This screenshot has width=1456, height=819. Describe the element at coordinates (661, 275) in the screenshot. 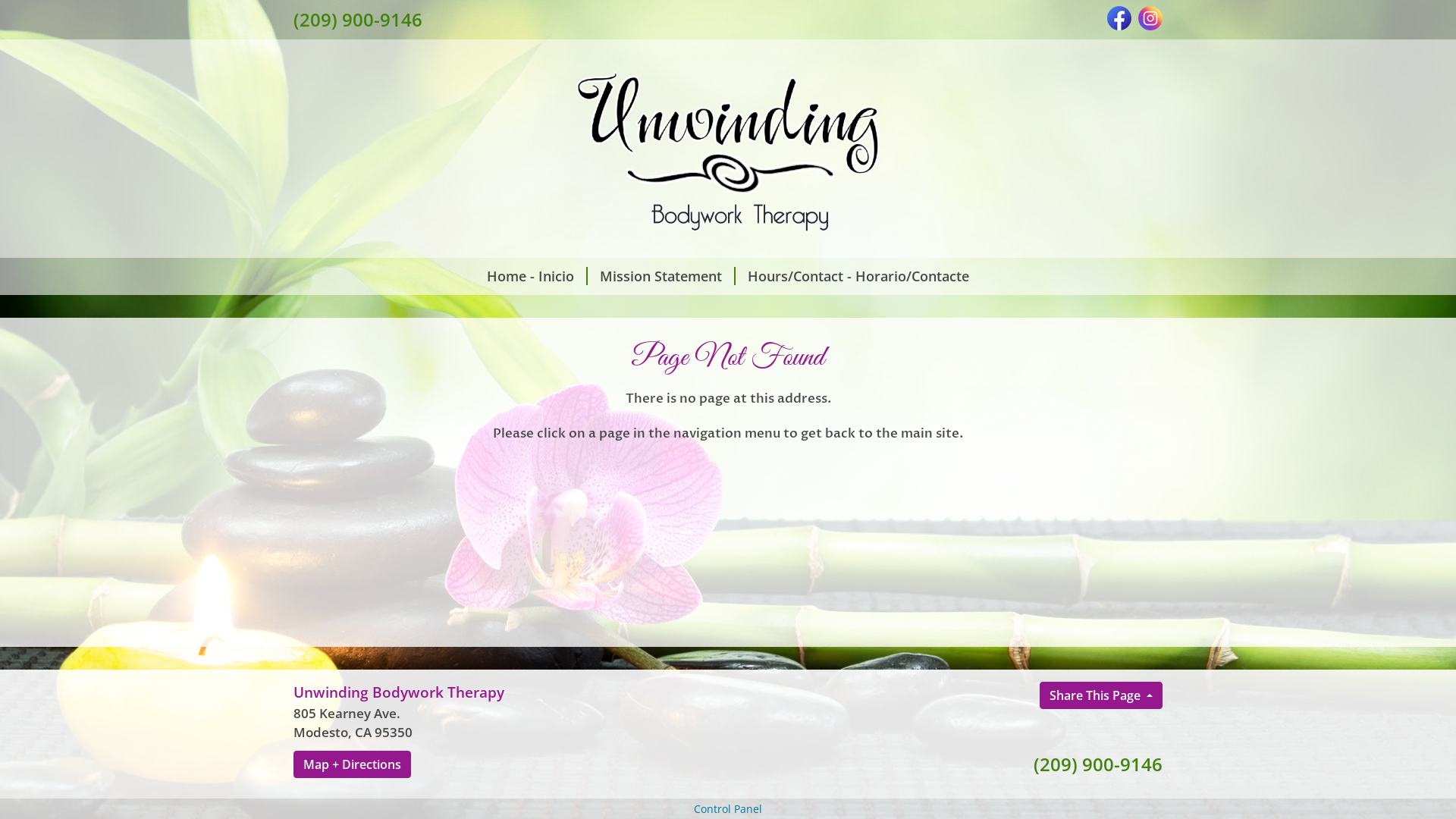

I see `'Mission Statement'` at that location.